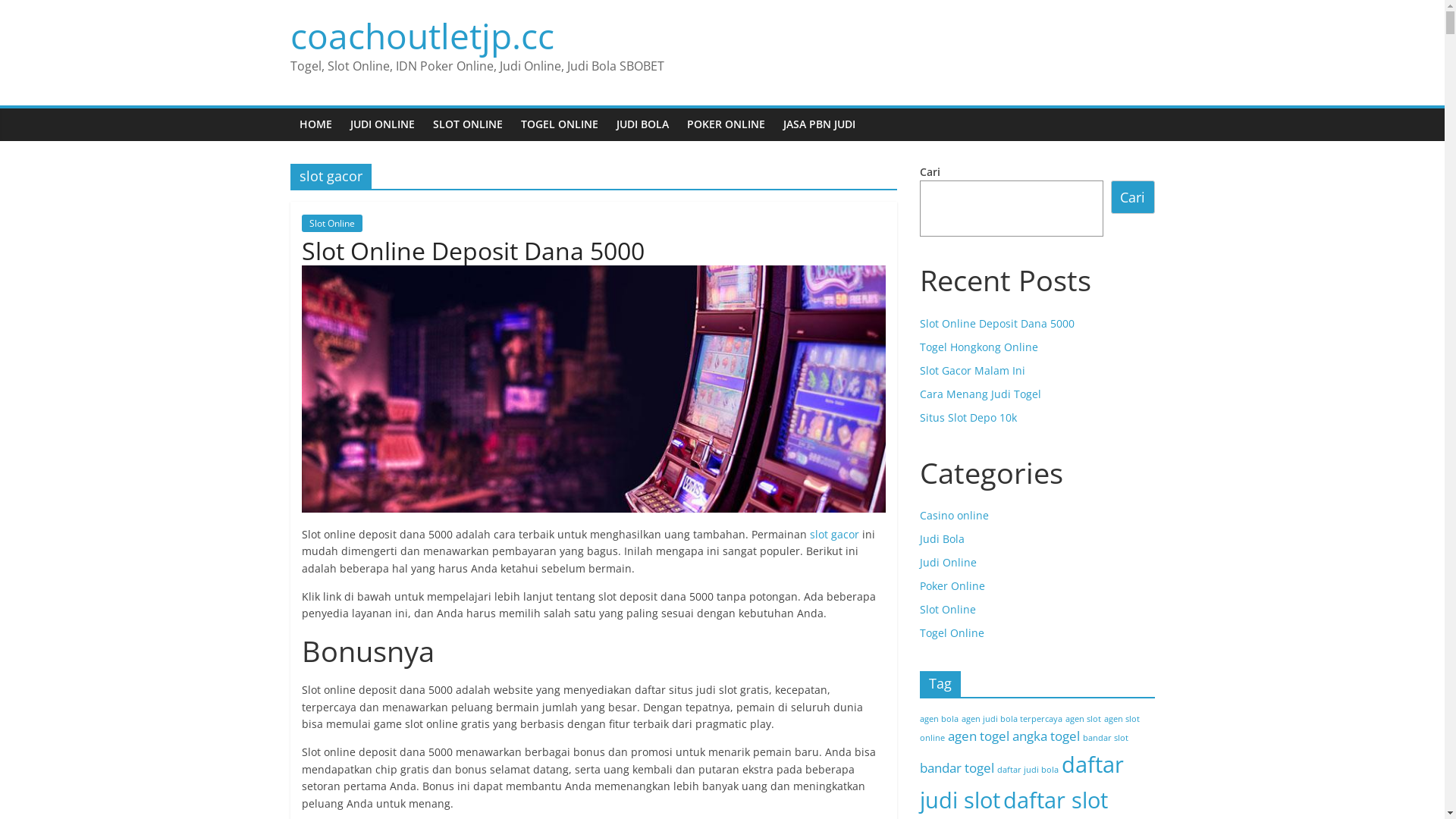 This screenshot has height=819, width=1456. I want to click on 'coachoutletjp.cc', so click(422, 34).